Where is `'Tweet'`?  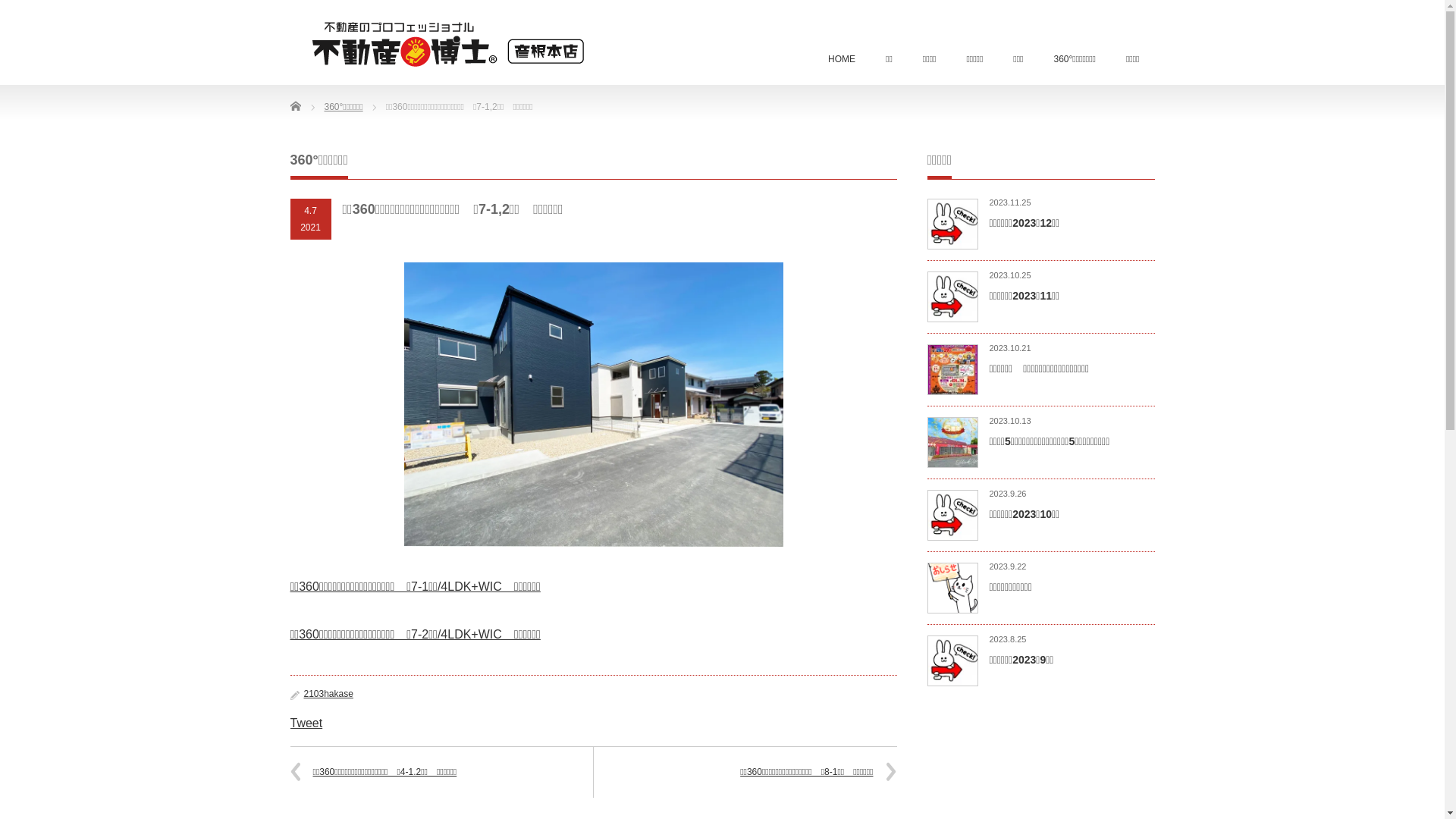
'Tweet' is located at coordinates (290, 722).